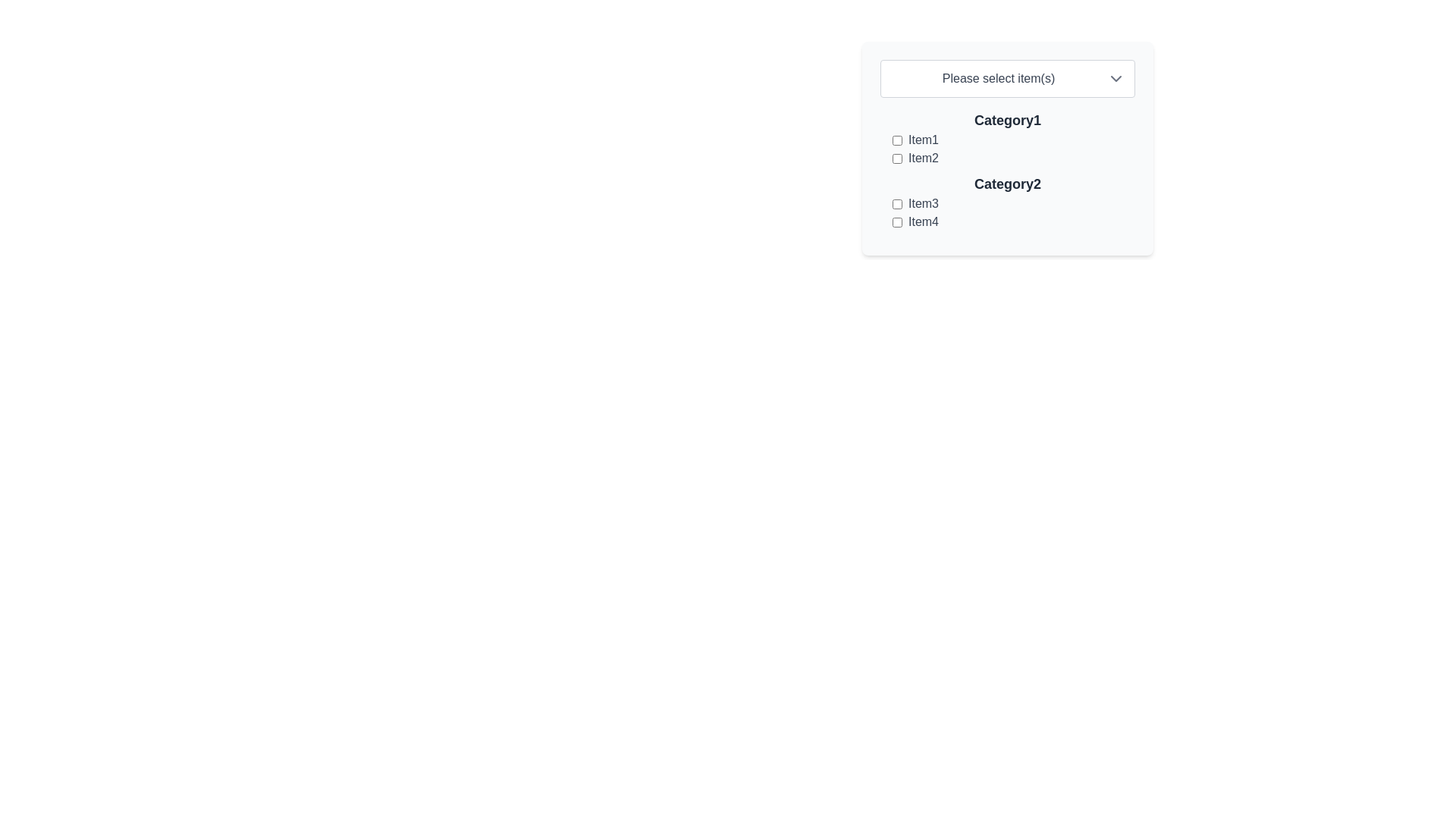 This screenshot has width=1456, height=819. What do you see at coordinates (1008, 79) in the screenshot?
I see `the dropdown menu trigger element, which is a rectangular menu with rounded corners and a light gray border displaying 'Please select item(s)' and a downward-pointing chevron icon on the right` at bounding box center [1008, 79].